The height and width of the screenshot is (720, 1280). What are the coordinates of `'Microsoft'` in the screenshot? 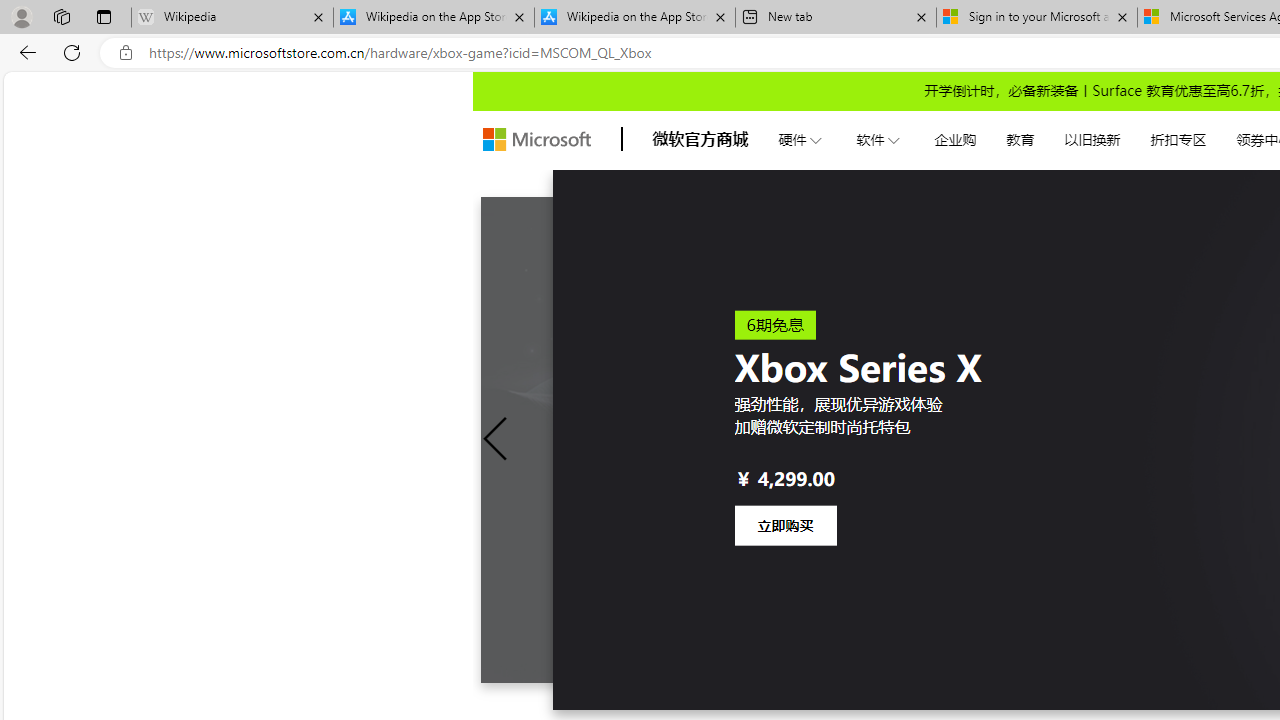 It's located at (536, 139).